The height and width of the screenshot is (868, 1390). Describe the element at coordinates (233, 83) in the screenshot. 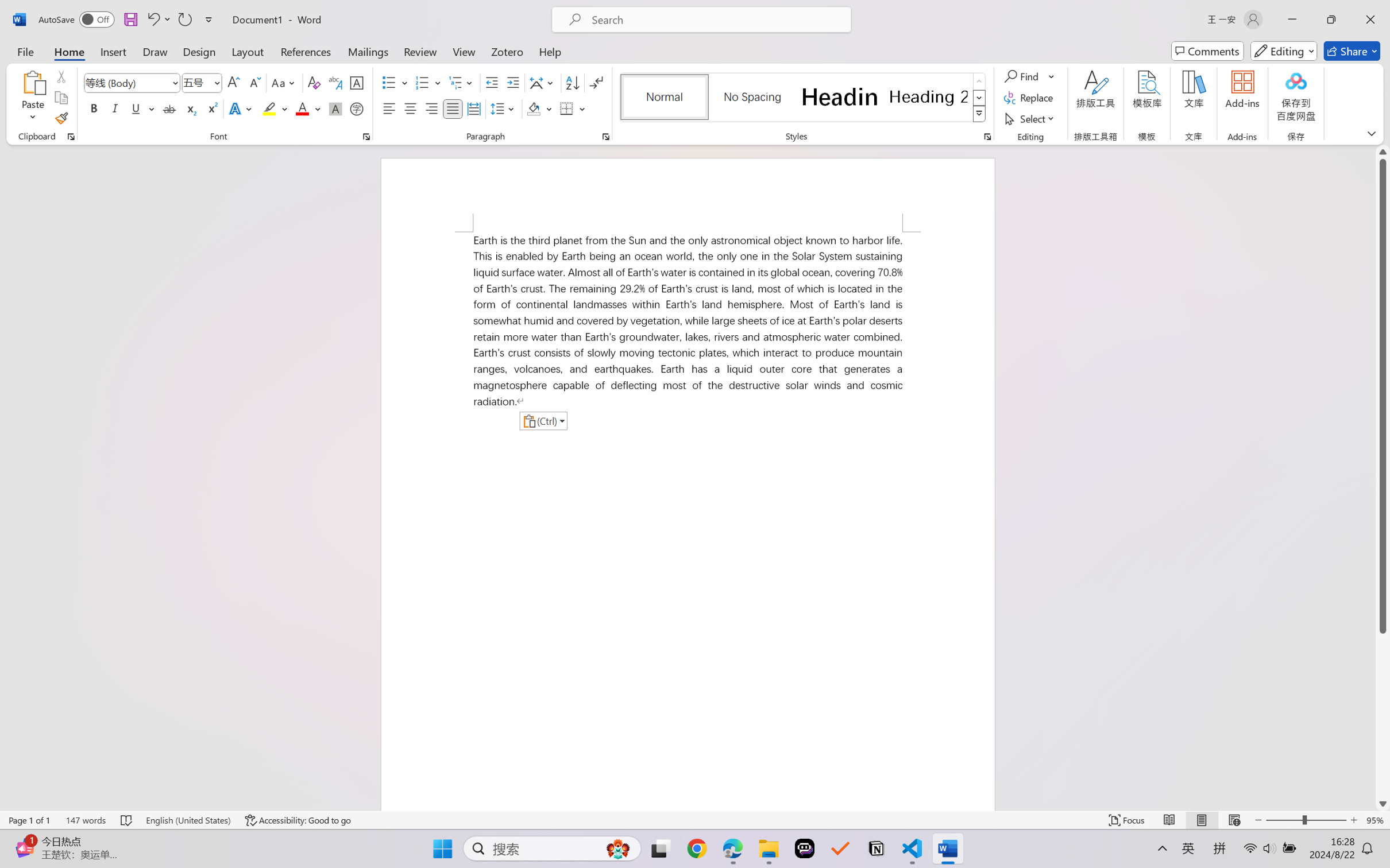

I see `'Grow Font'` at that location.